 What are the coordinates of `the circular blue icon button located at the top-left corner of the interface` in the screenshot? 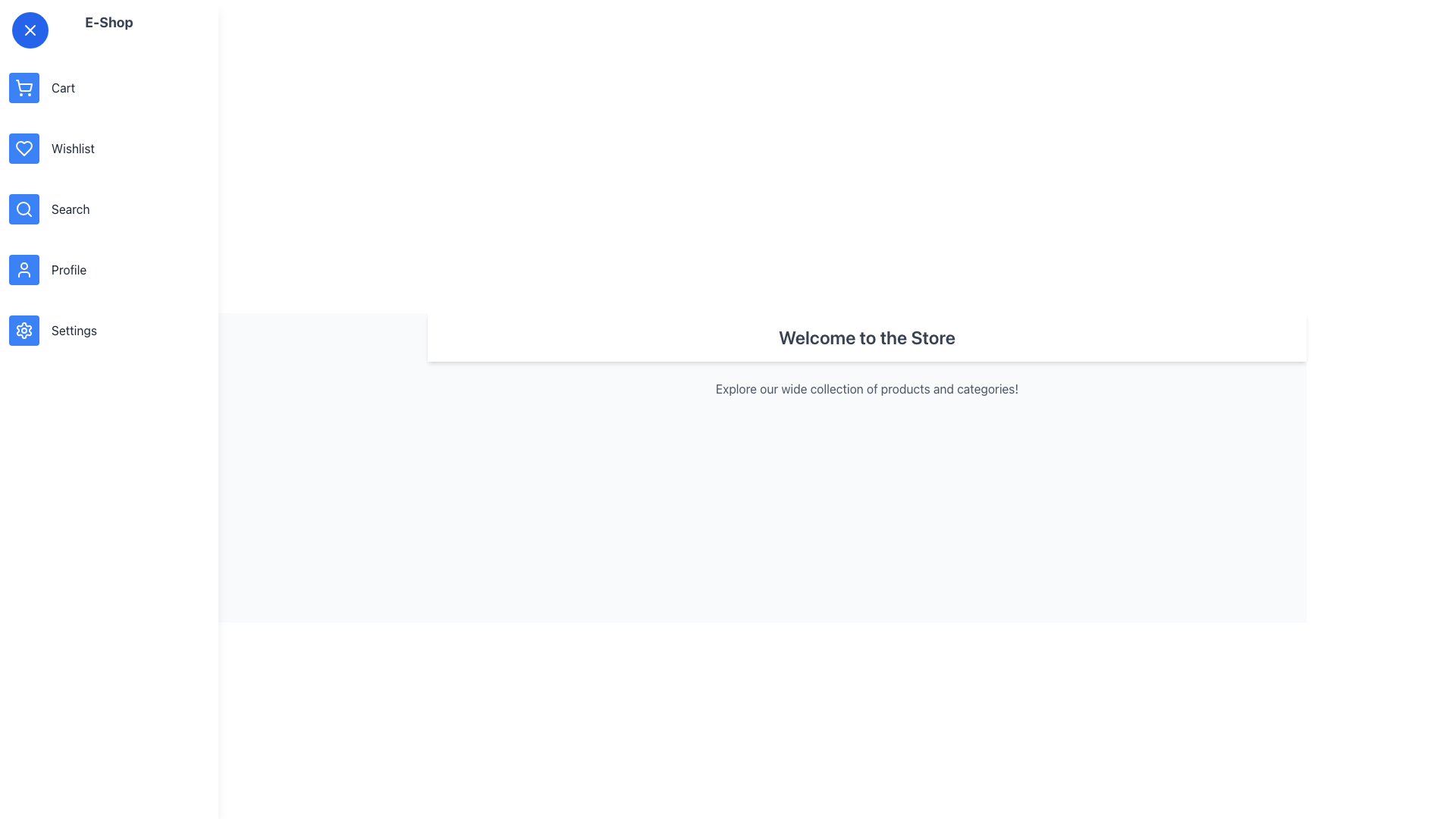 It's located at (30, 30).